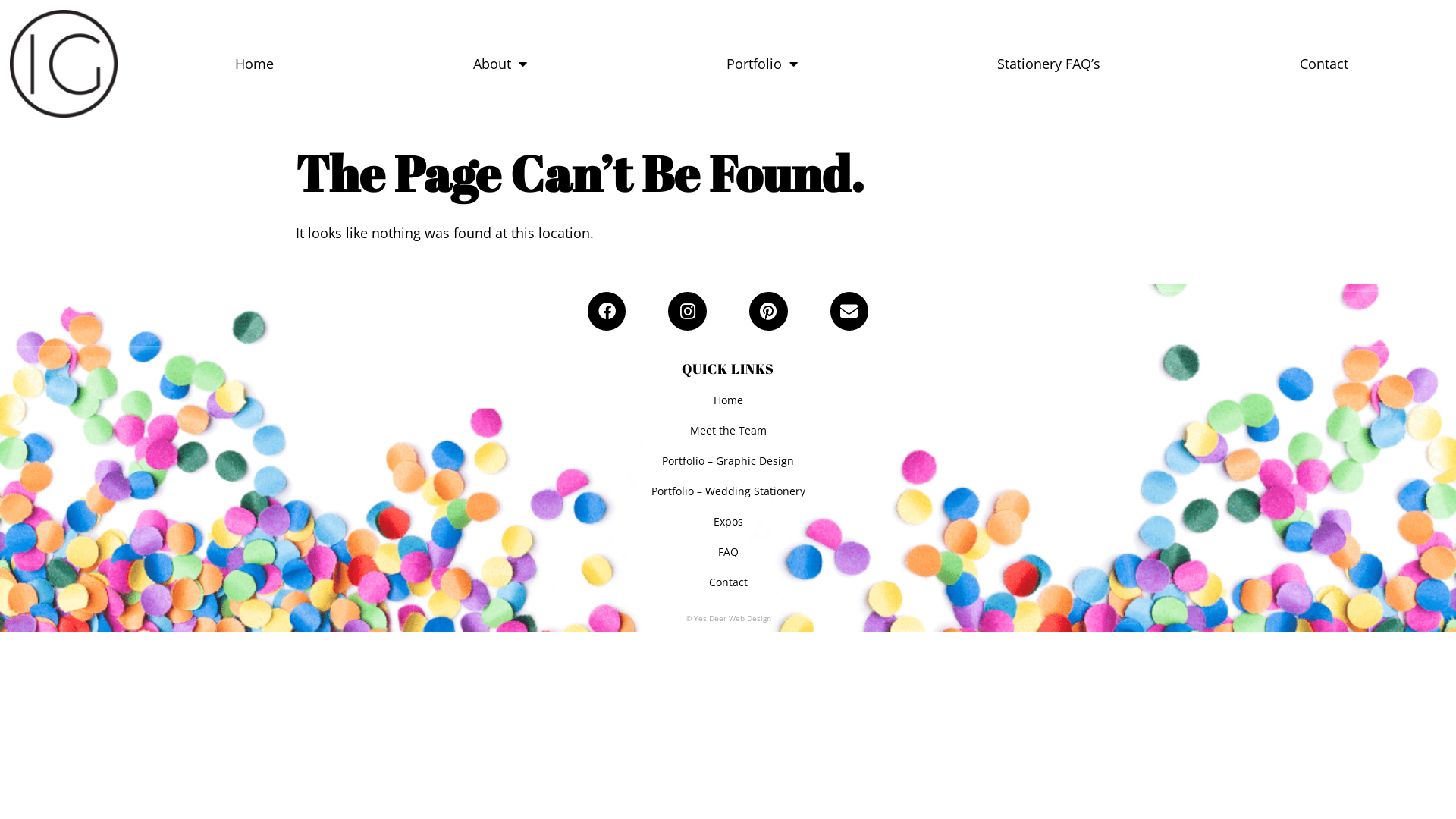 This screenshot has width=1456, height=819. Describe the element at coordinates (728, 581) in the screenshot. I see `'Contact'` at that location.